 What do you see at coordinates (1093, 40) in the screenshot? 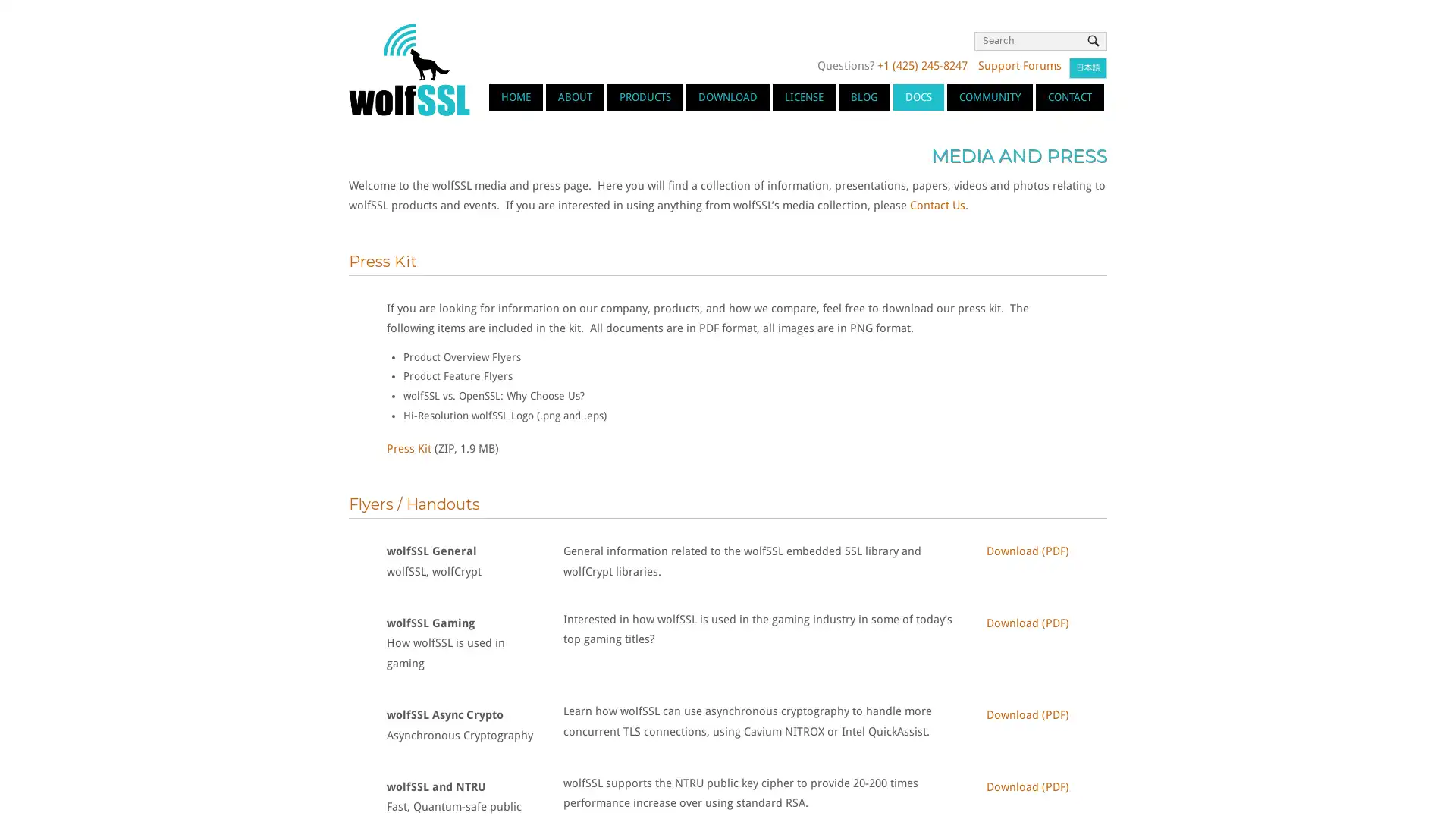
I see `Search` at bounding box center [1093, 40].